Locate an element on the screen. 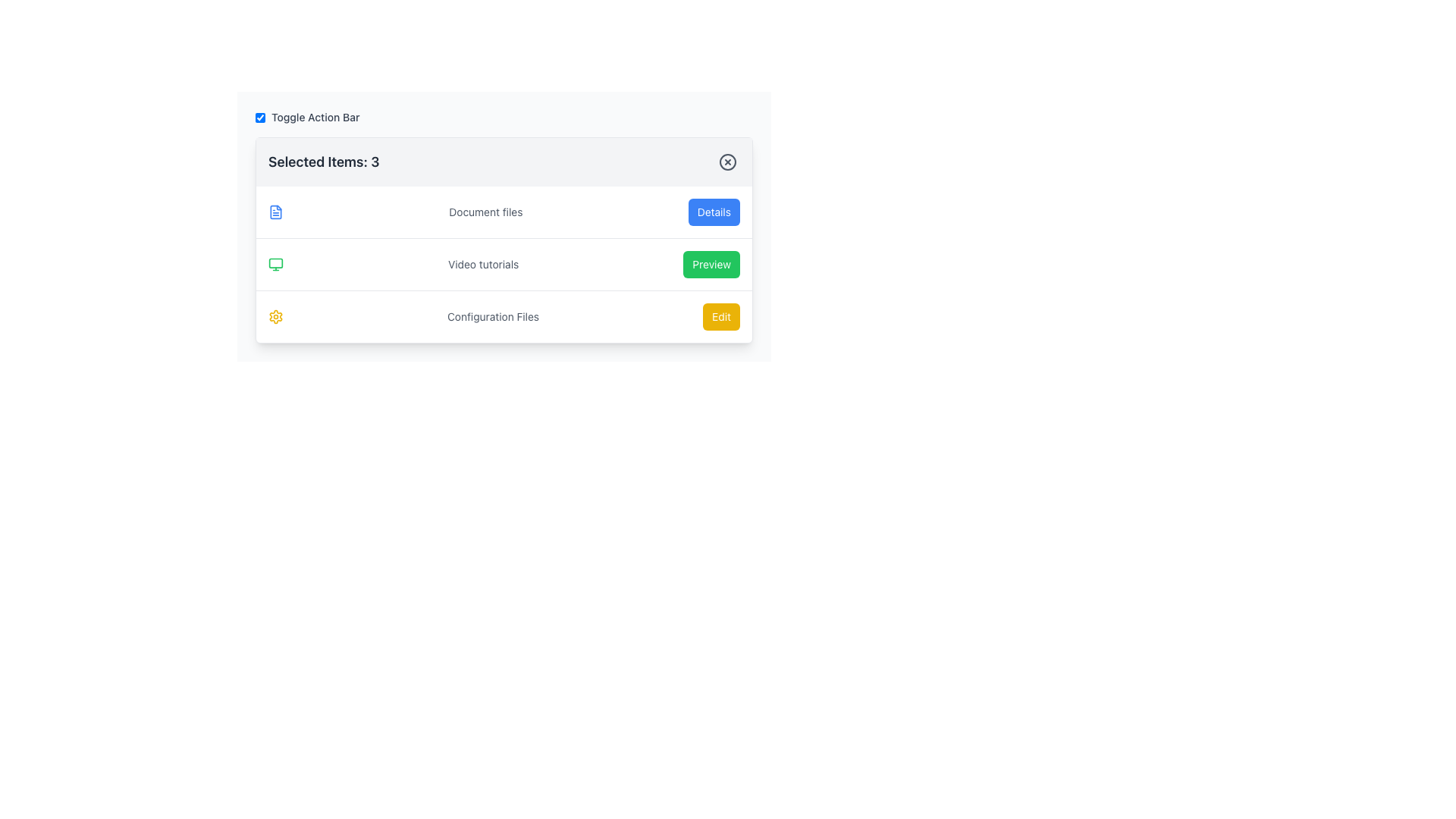 The height and width of the screenshot is (819, 1456). the icon associated with the 'Document files' listed item in the 'Selected Items' box, located at the top-left corner of the list is located at coordinates (276, 212).